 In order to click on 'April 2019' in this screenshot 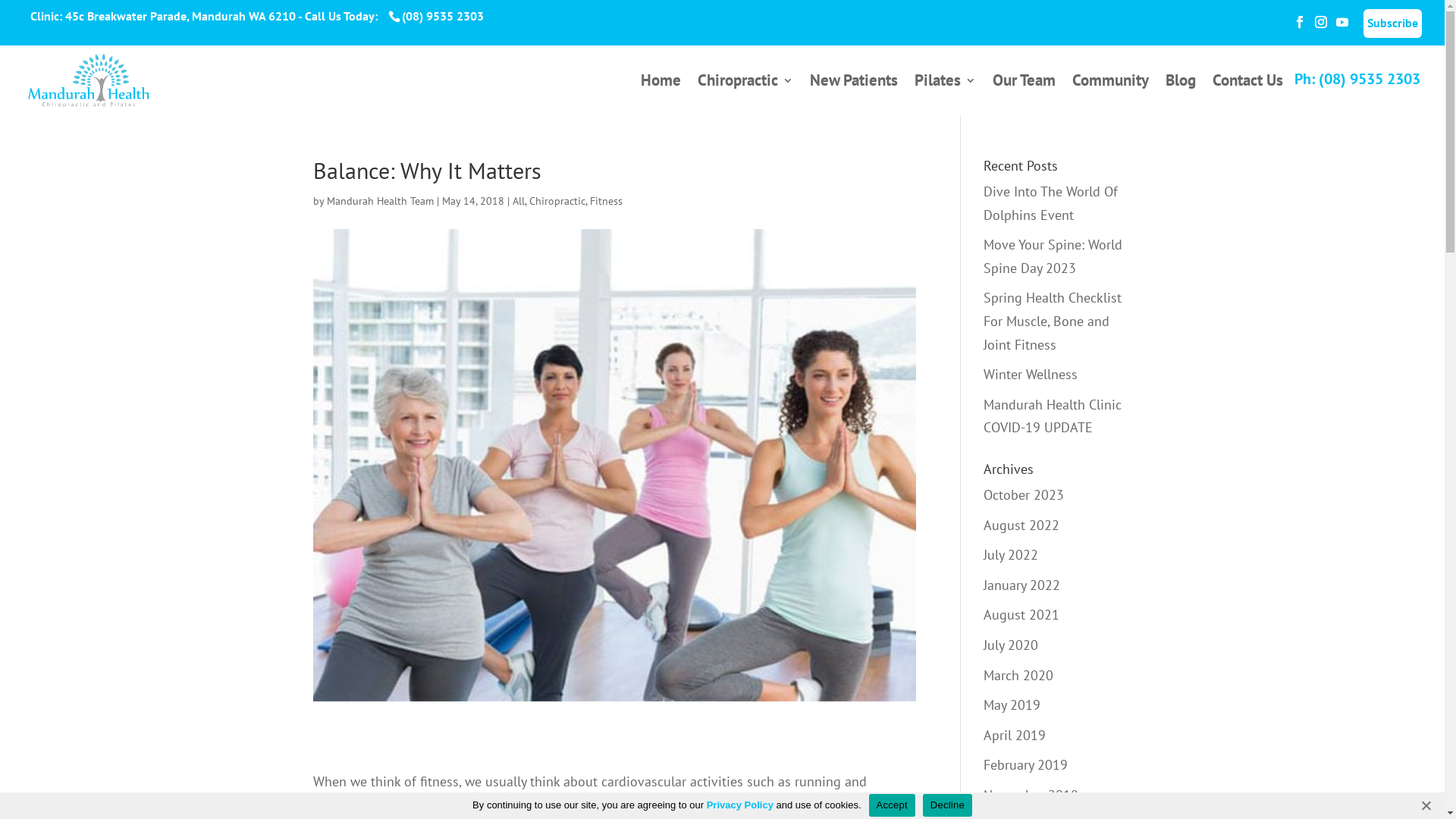, I will do `click(1015, 734)`.